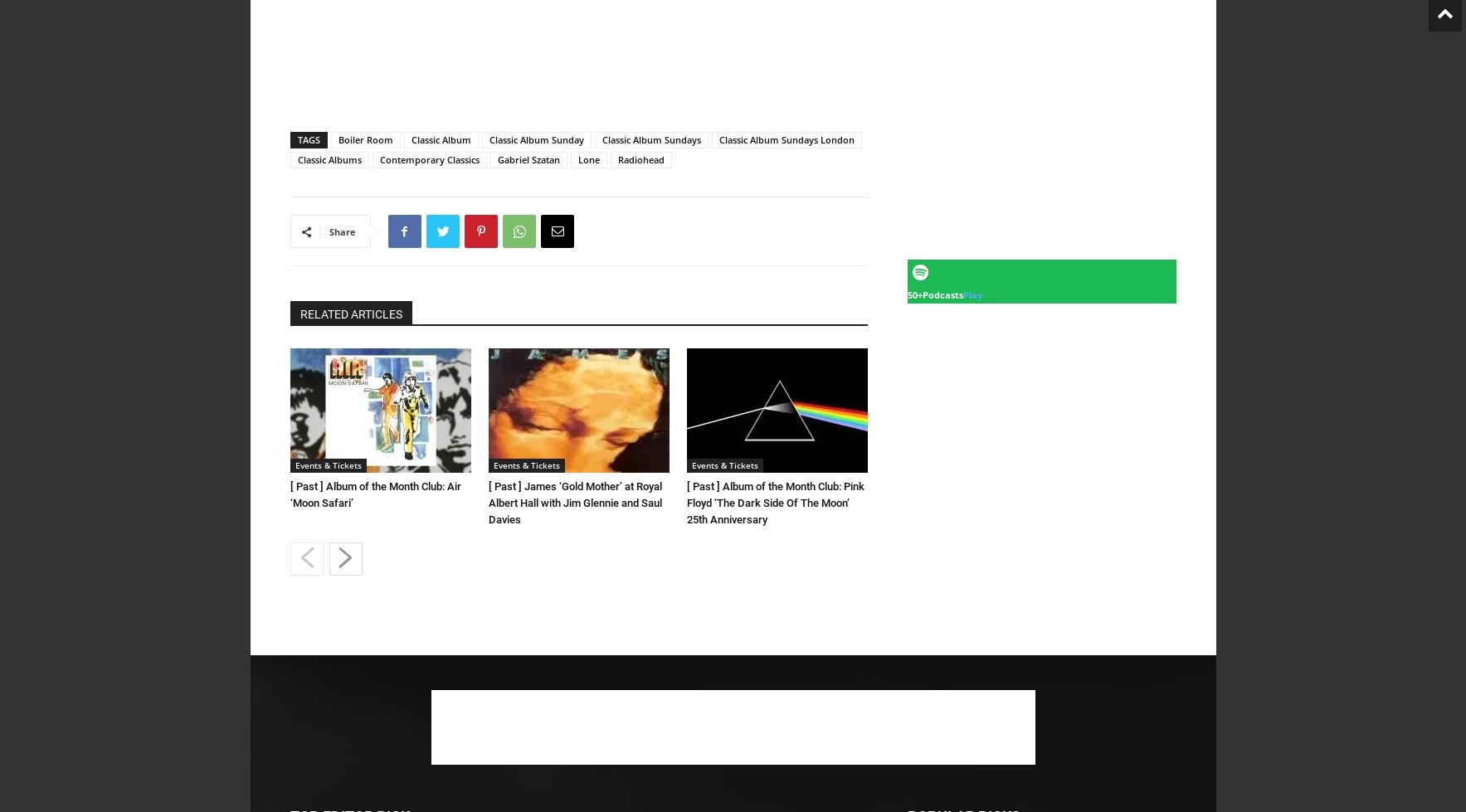 Image resolution: width=1466 pixels, height=812 pixels. Describe the element at coordinates (308, 139) in the screenshot. I see `'TAGS'` at that location.